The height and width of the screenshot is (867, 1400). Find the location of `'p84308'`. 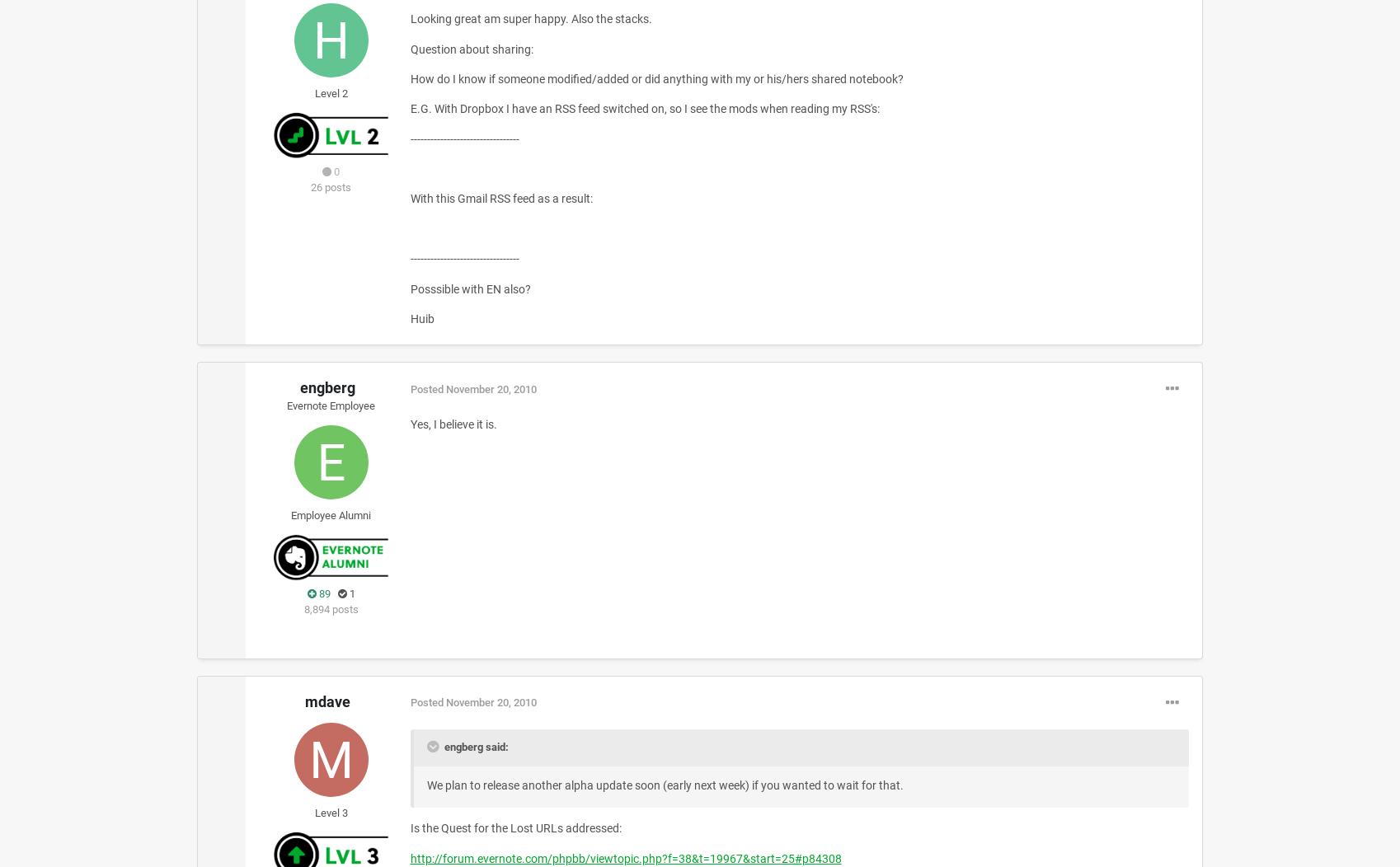

'p84308' is located at coordinates (800, 856).